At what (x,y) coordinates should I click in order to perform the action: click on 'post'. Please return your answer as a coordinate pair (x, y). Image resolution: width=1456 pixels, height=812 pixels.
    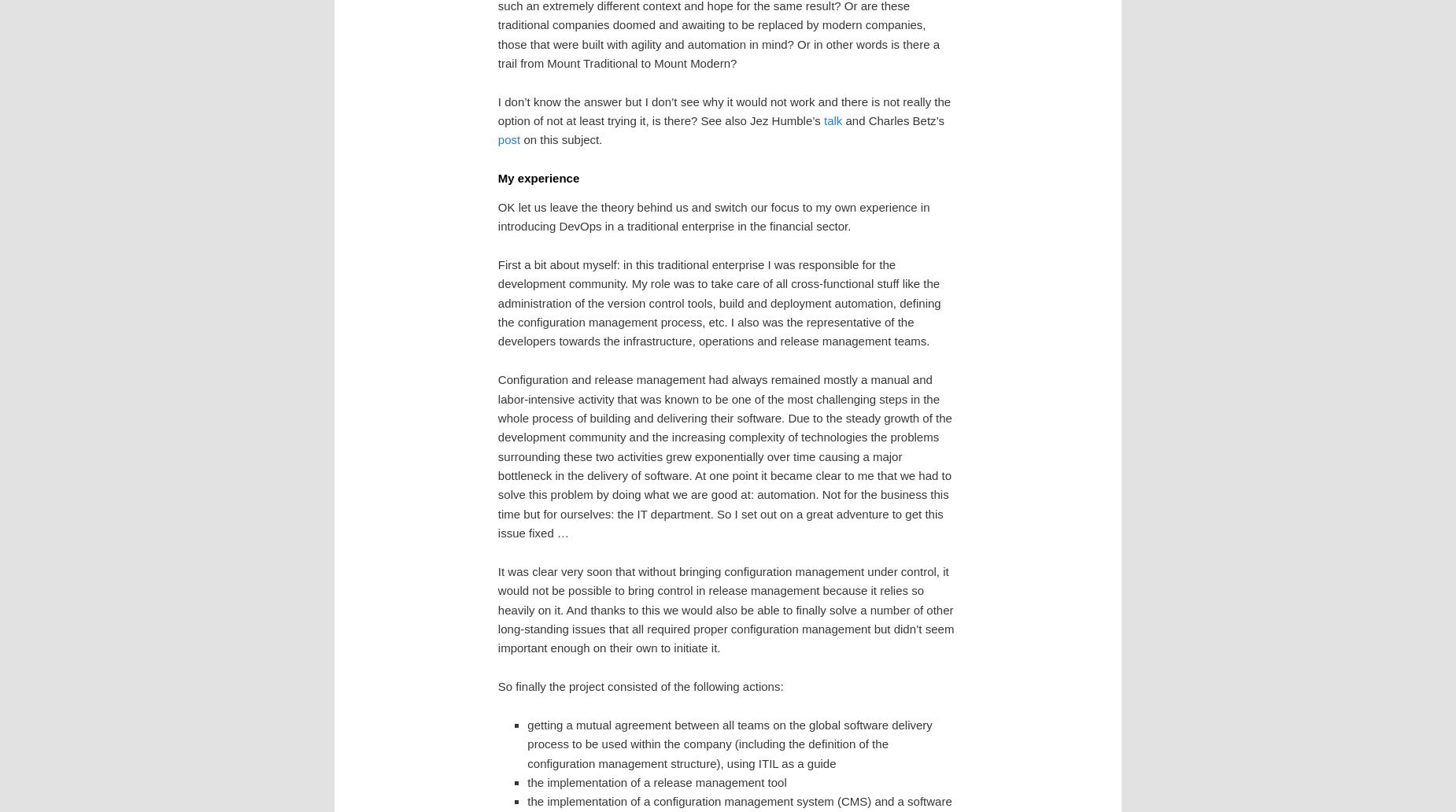
    Looking at the image, I should click on (508, 138).